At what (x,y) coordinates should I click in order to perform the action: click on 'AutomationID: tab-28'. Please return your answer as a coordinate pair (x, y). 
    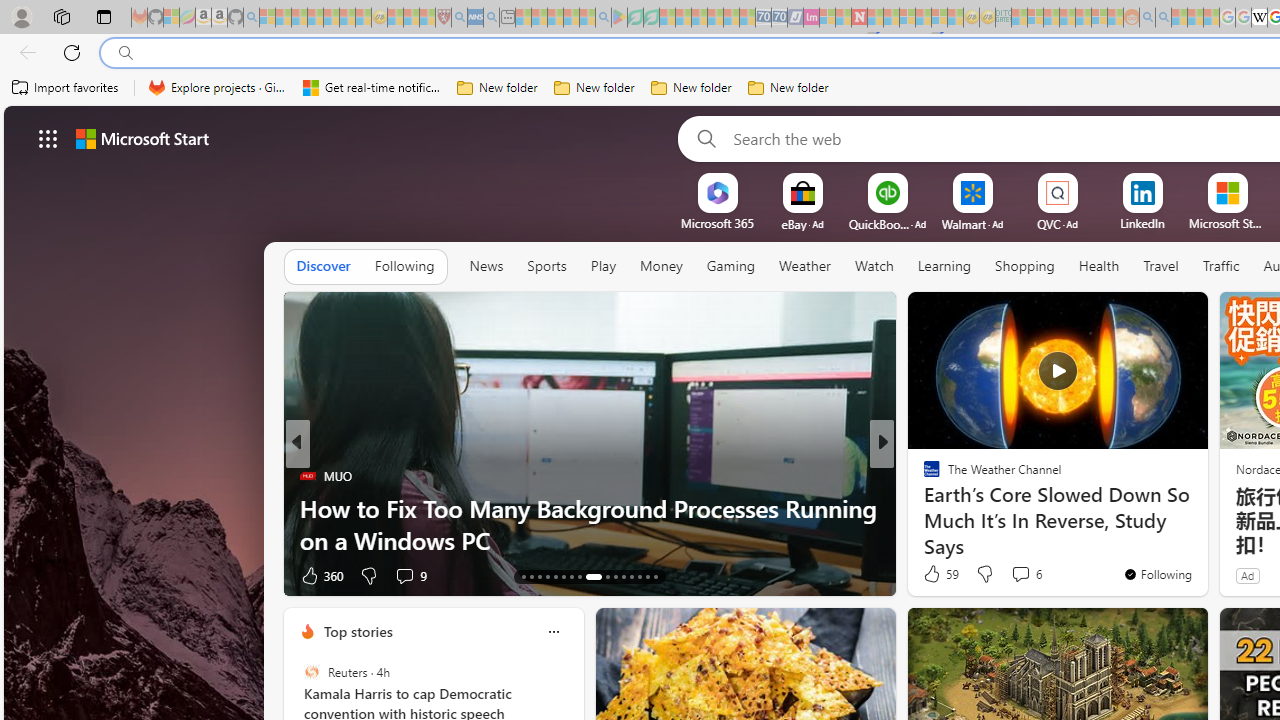
    Looking at the image, I should click on (656, 577).